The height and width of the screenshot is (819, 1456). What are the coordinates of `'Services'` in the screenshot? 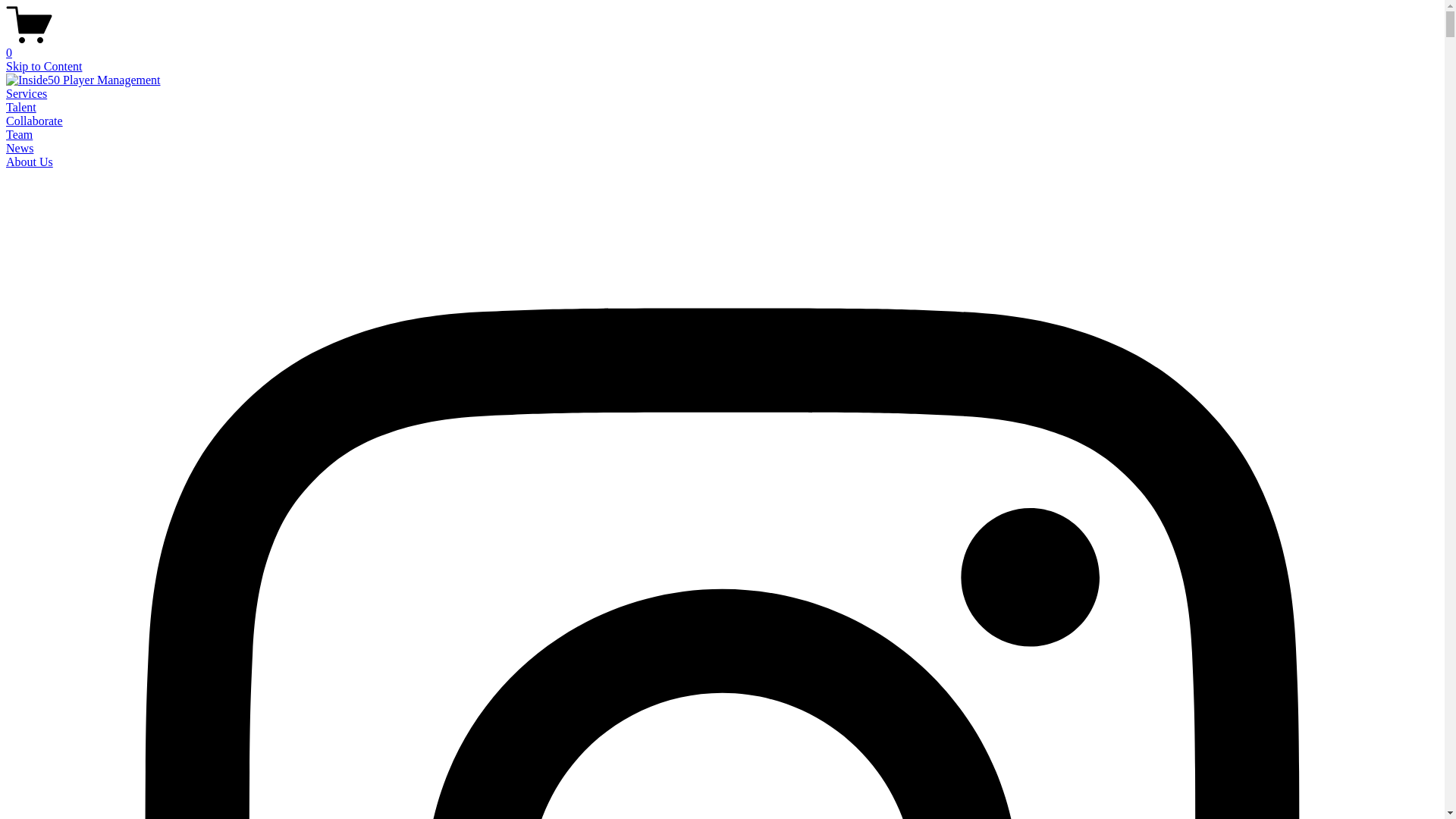 It's located at (6, 93).